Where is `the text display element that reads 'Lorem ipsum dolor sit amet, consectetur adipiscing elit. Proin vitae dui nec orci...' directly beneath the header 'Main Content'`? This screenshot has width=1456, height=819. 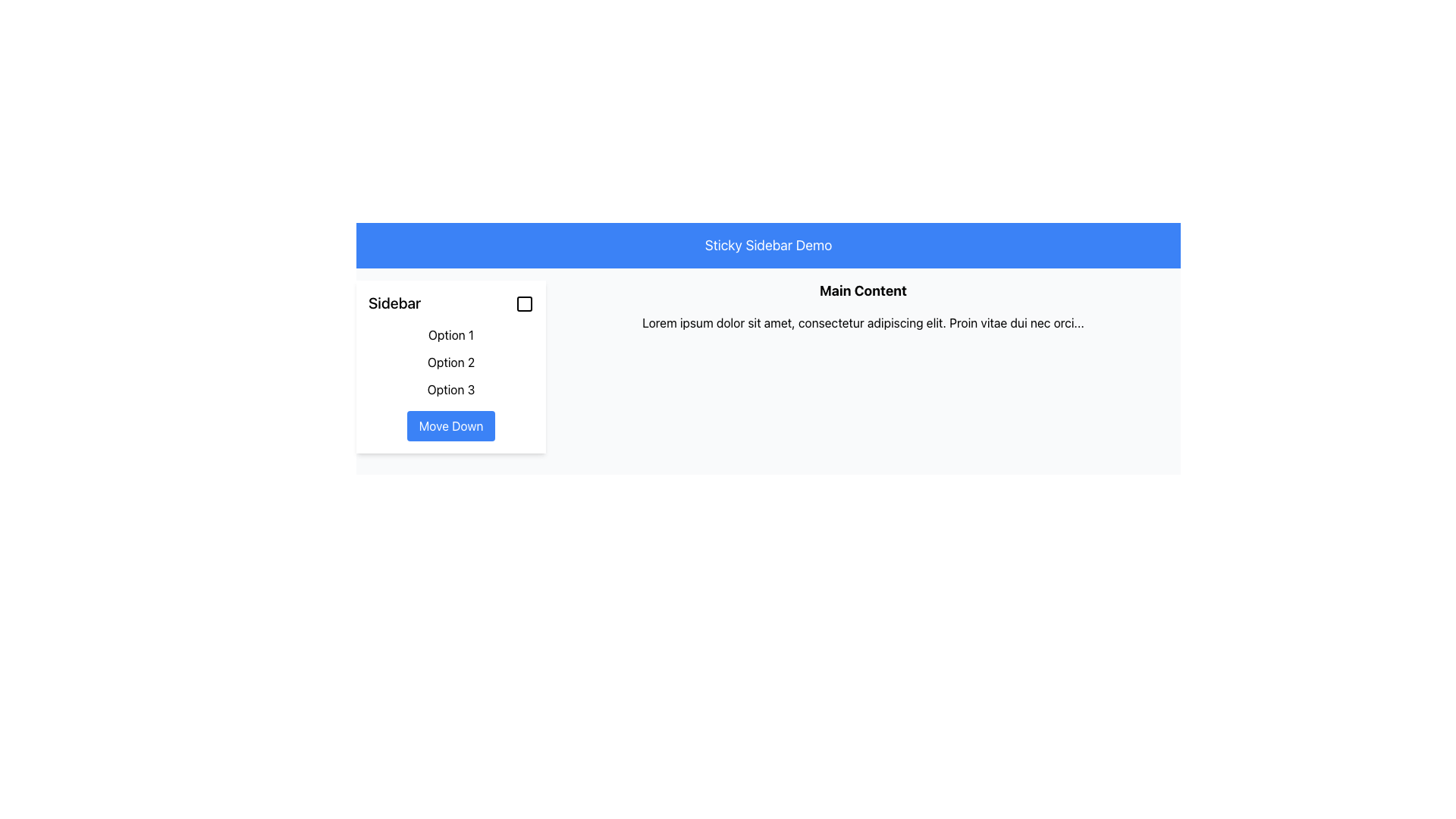
the text display element that reads 'Lorem ipsum dolor sit amet, consectetur adipiscing elit. Proin vitae dui nec orci...' directly beneath the header 'Main Content' is located at coordinates (863, 322).